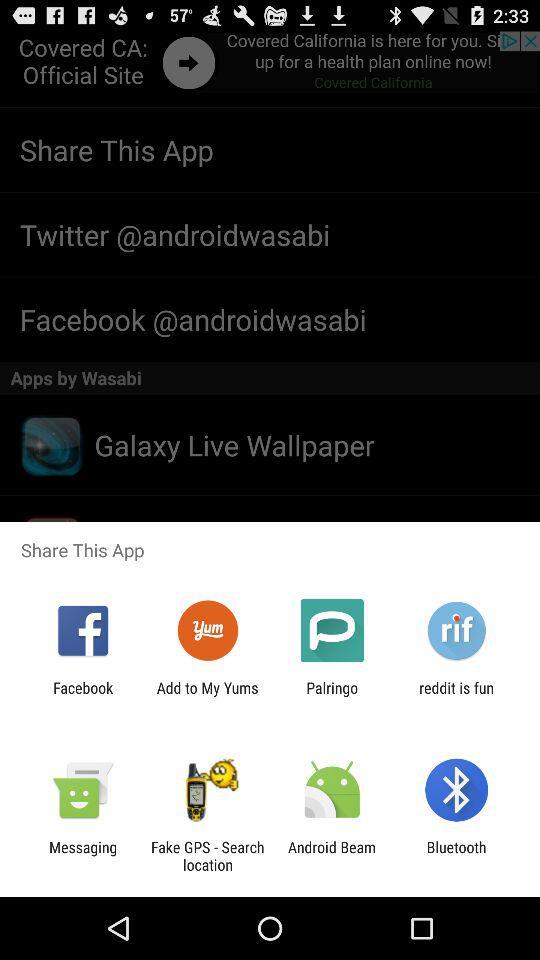 This screenshot has height=960, width=540. Describe the element at coordinates (82, 855) in the screenshot. I see `the app to the left of the fake gps search` at that location.